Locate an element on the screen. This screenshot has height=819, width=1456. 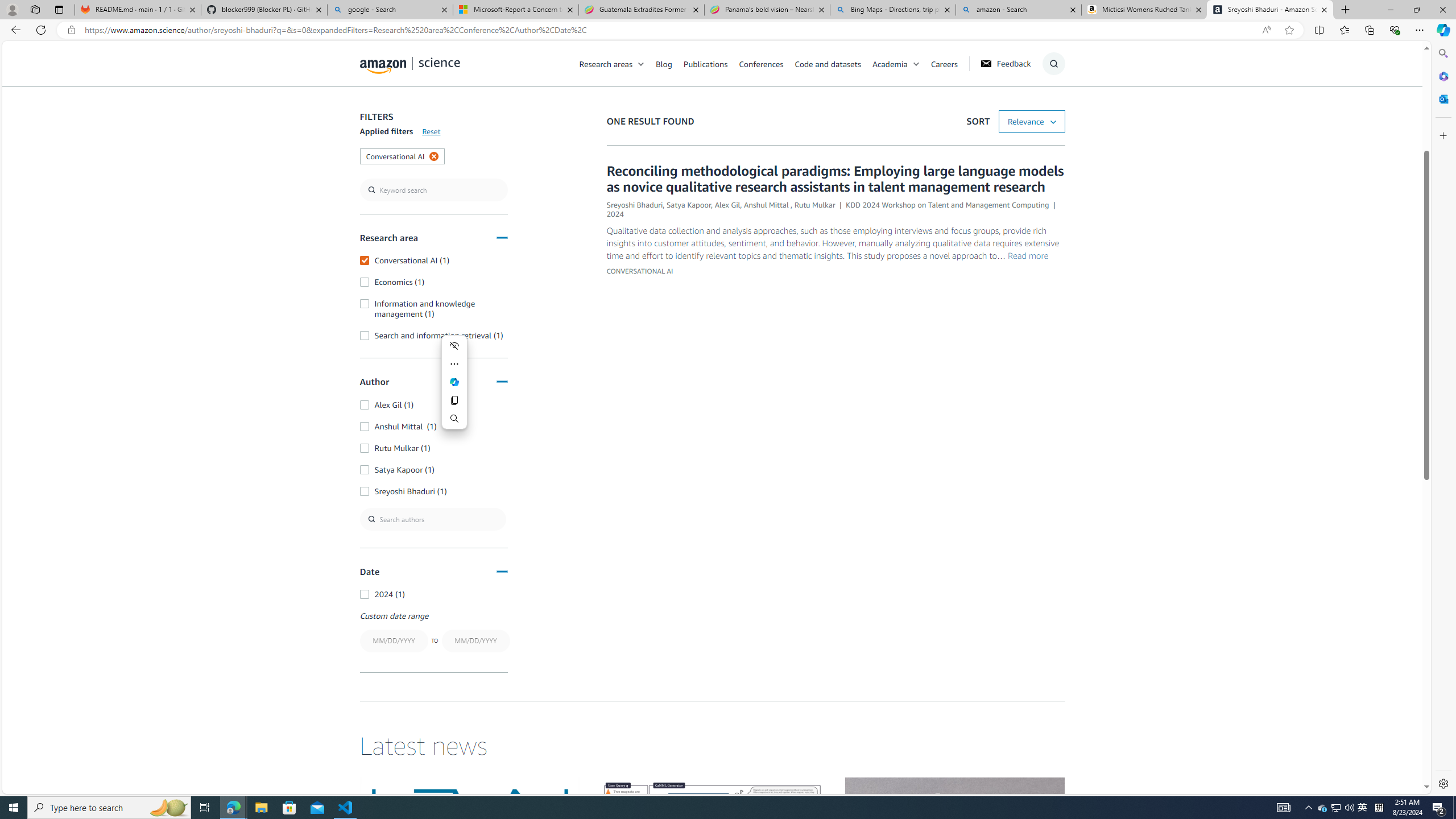
'New Tab' is located at coordinates (1345, 9).